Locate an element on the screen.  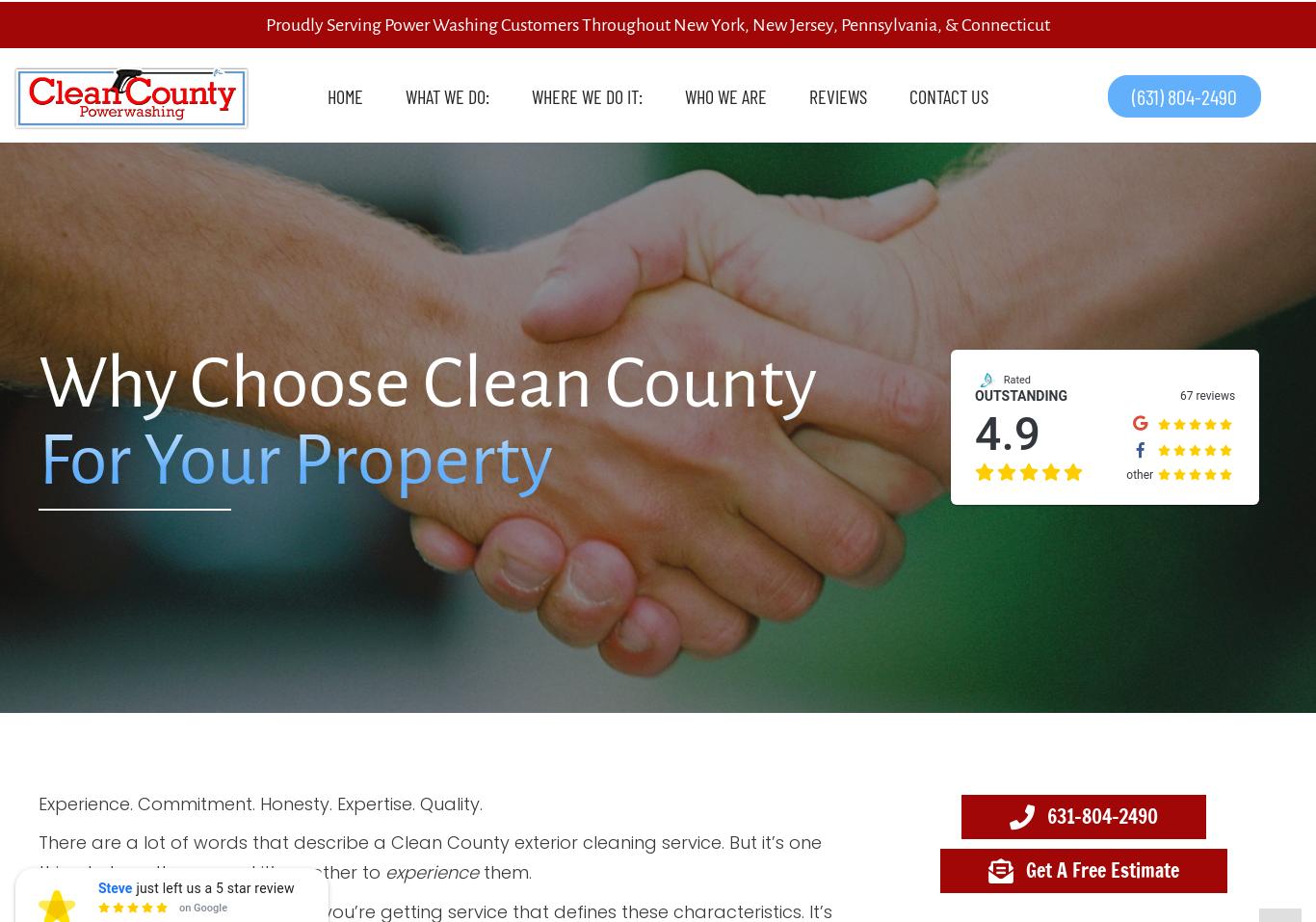
'Rated' is located at coordinates (1002, 379).